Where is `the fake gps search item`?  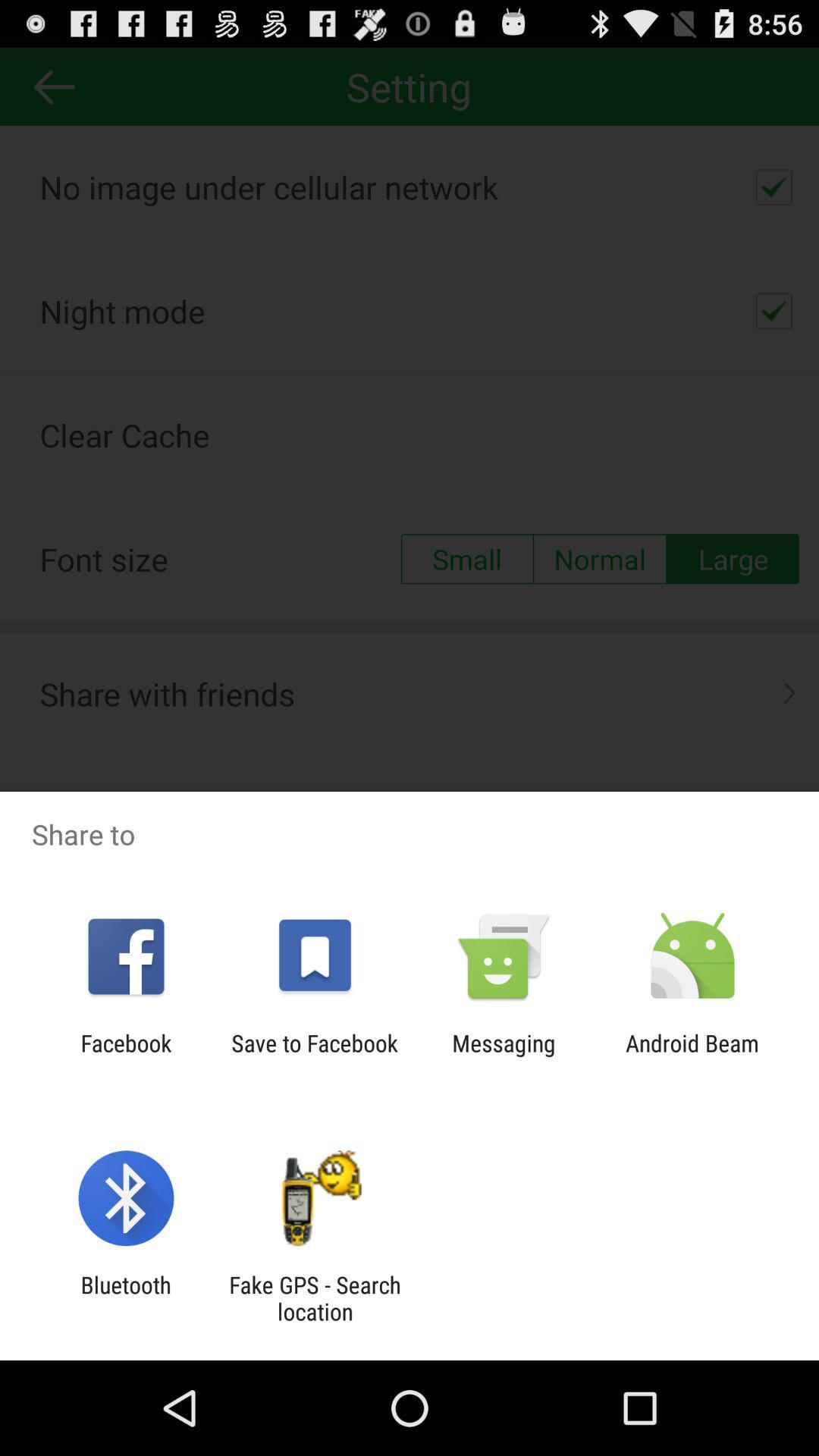
the fake gps search item is located at coordinates (314, 1298).